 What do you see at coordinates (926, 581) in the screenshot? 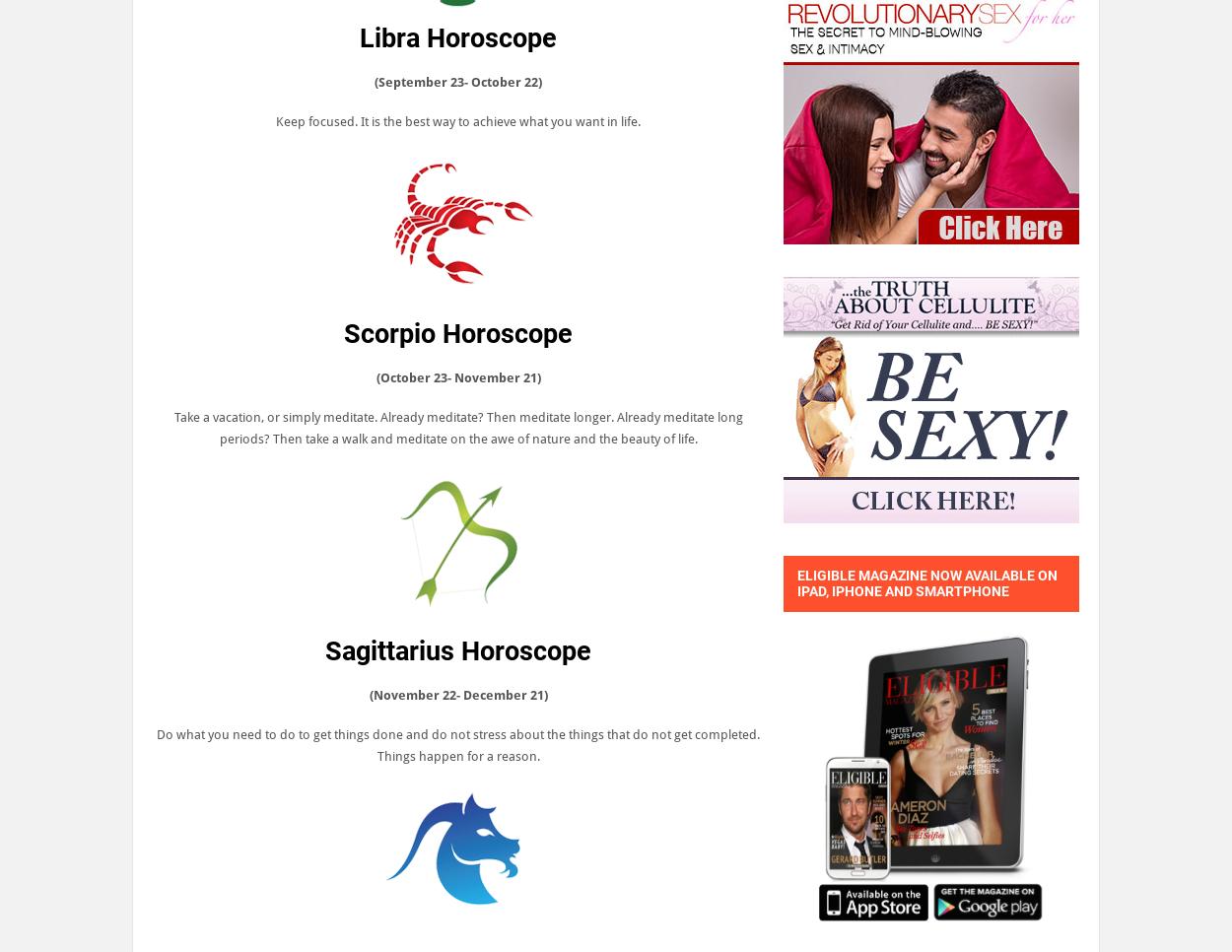
I see `'Eligible Magazine now available on iPad, iPhone and smartphone'` at bounding box center [926, 581].